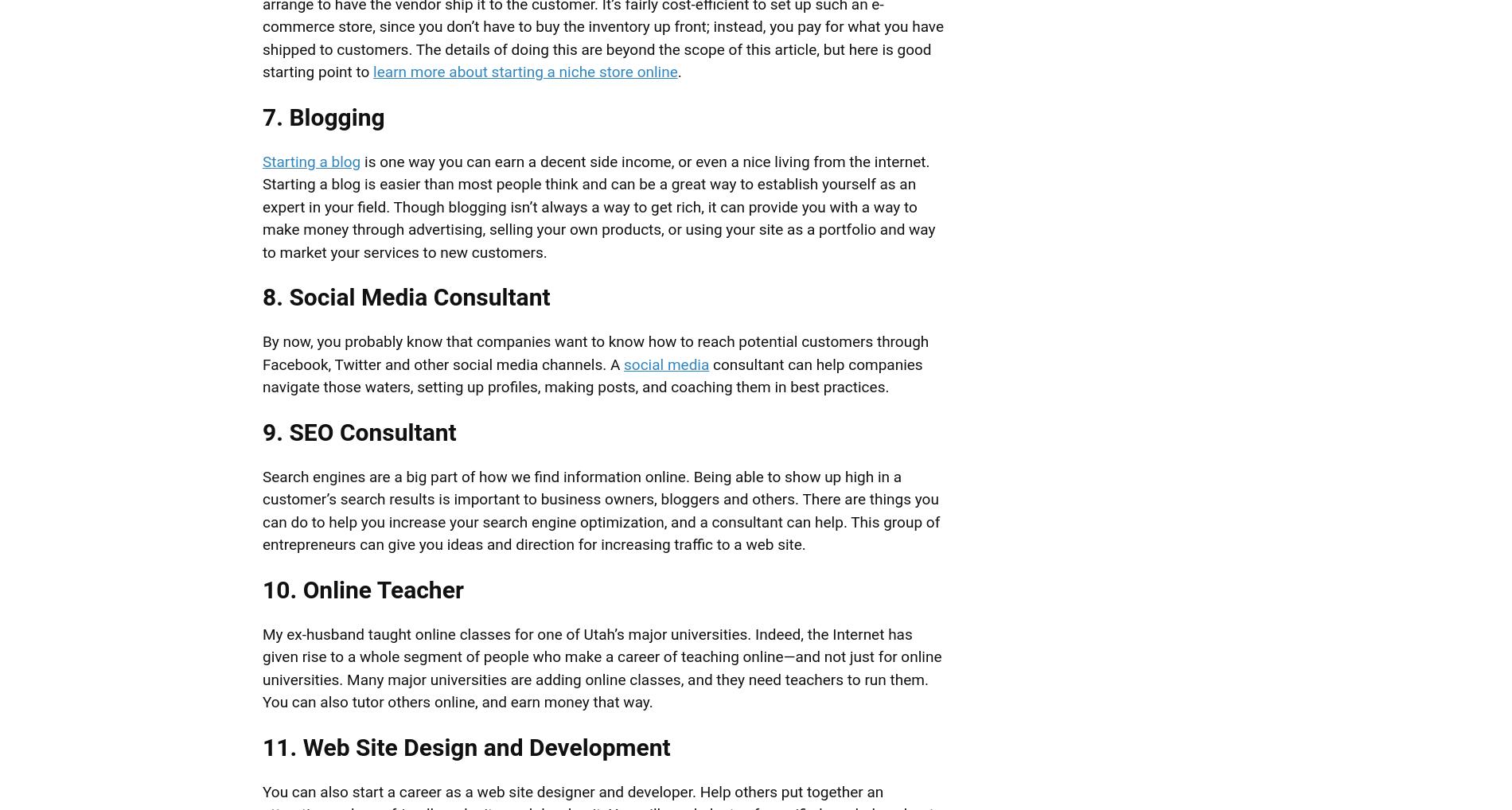 The width and height of the screenshot is (1512, 810). Describe the element at coordinates (406, 297) in the screenshot. I see `'8. Social Media Consultant'` at that location.